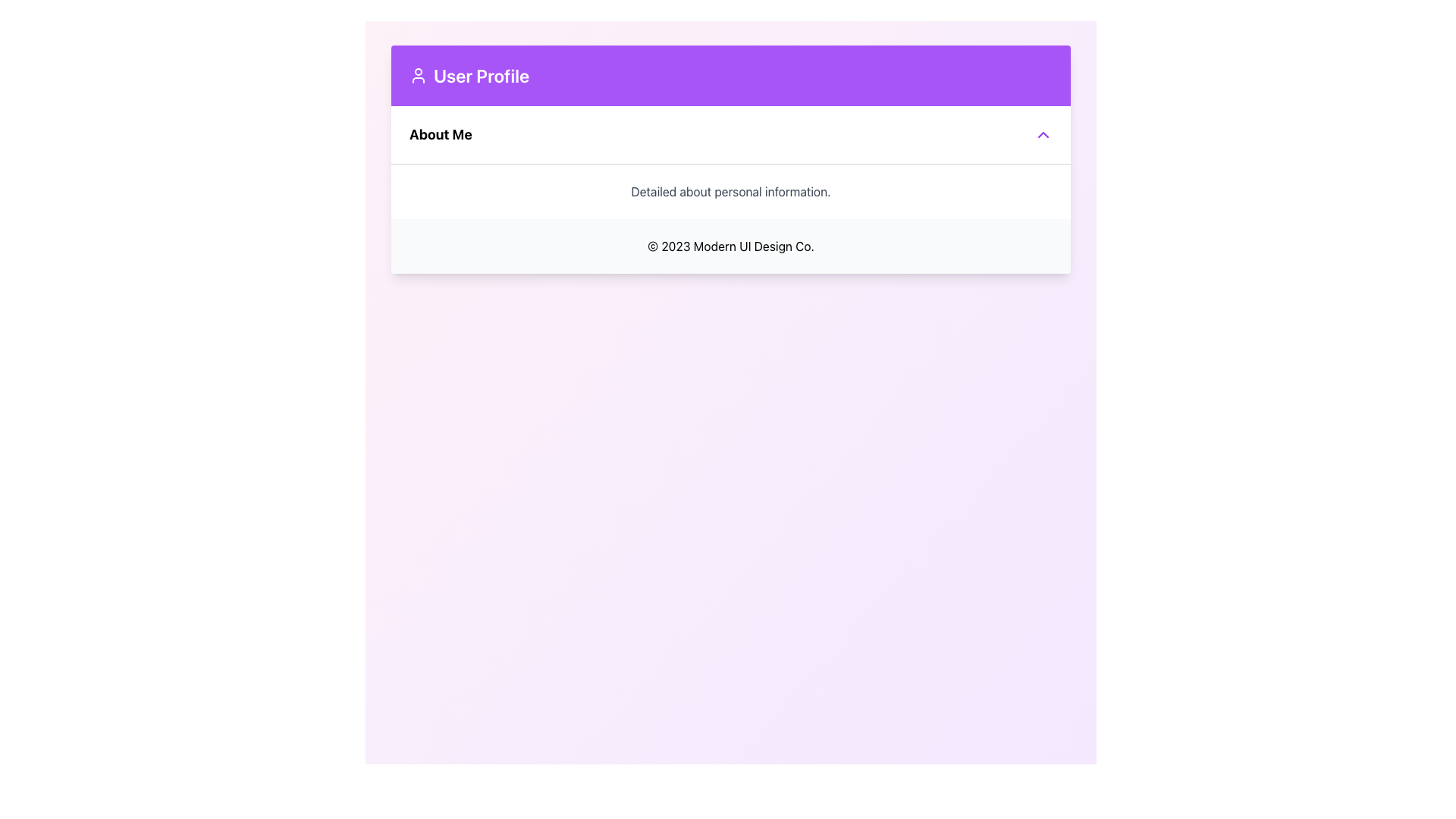 The width and height of the screenshot is (1456, 819). Describe the element at coordinates (419, 76) in the screenshot. I see `the user icon located within the 'User Profile' header, which has a circular head and U-shaped body` at that location.